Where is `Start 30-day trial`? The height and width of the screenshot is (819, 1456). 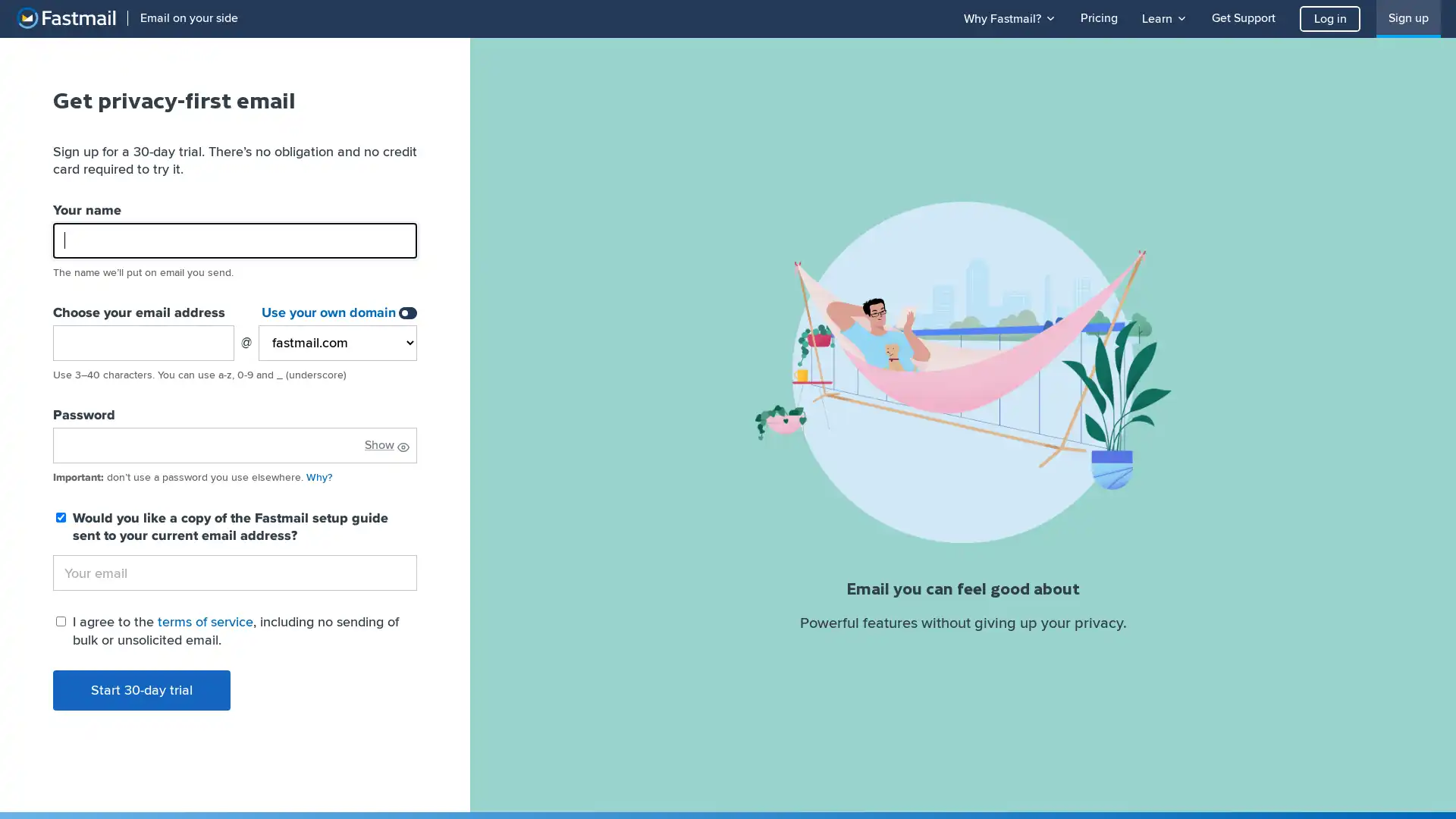
Start 30-day trial is located at coordinates (142, 690).